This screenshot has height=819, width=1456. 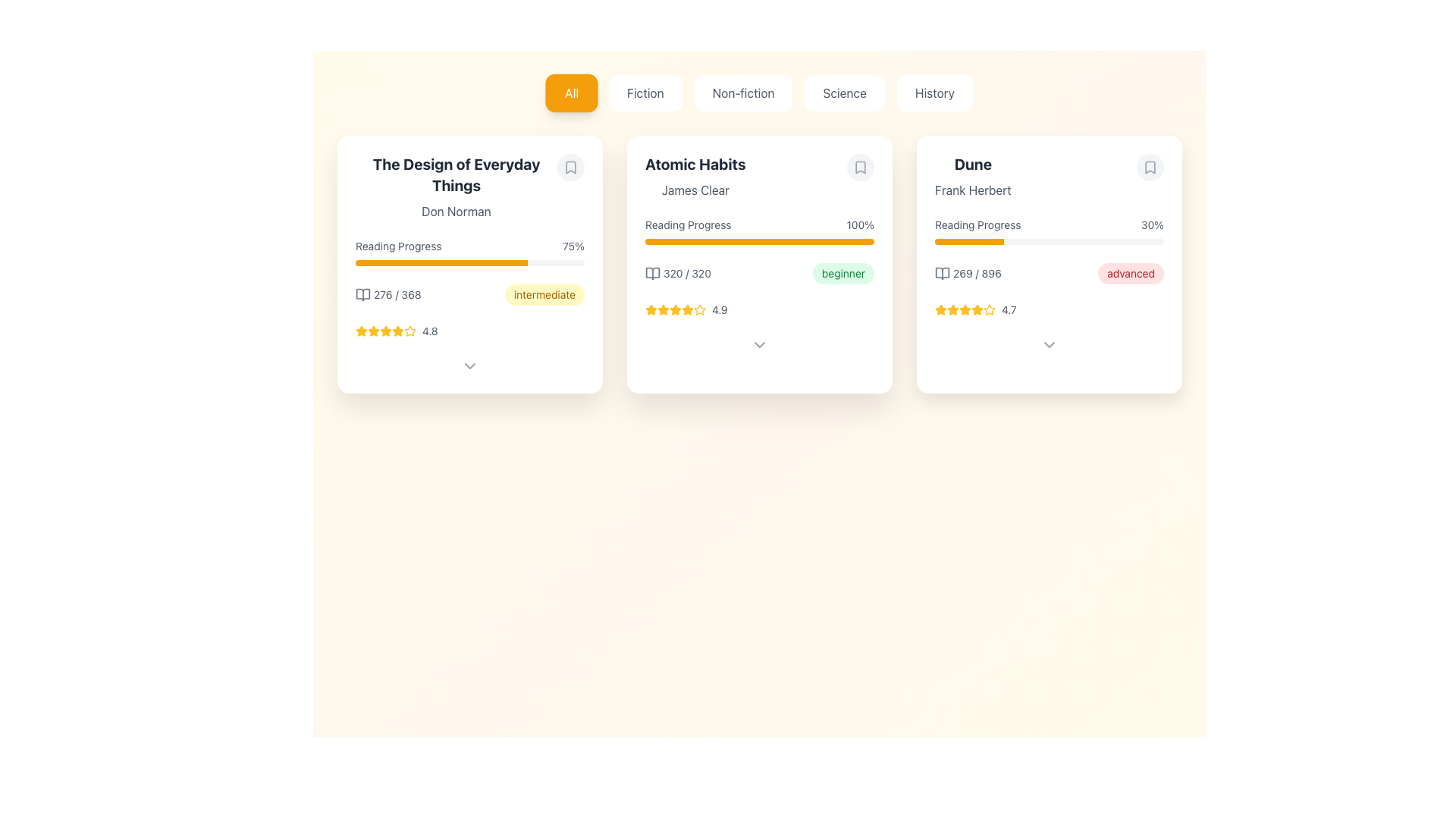 I want to click on the fifth yellow star icon in the horizontal sequence for user rating on the card labeled 'Atomic Habits' by James Clear, located below the reading progress bar, so click(x=675, y=309).